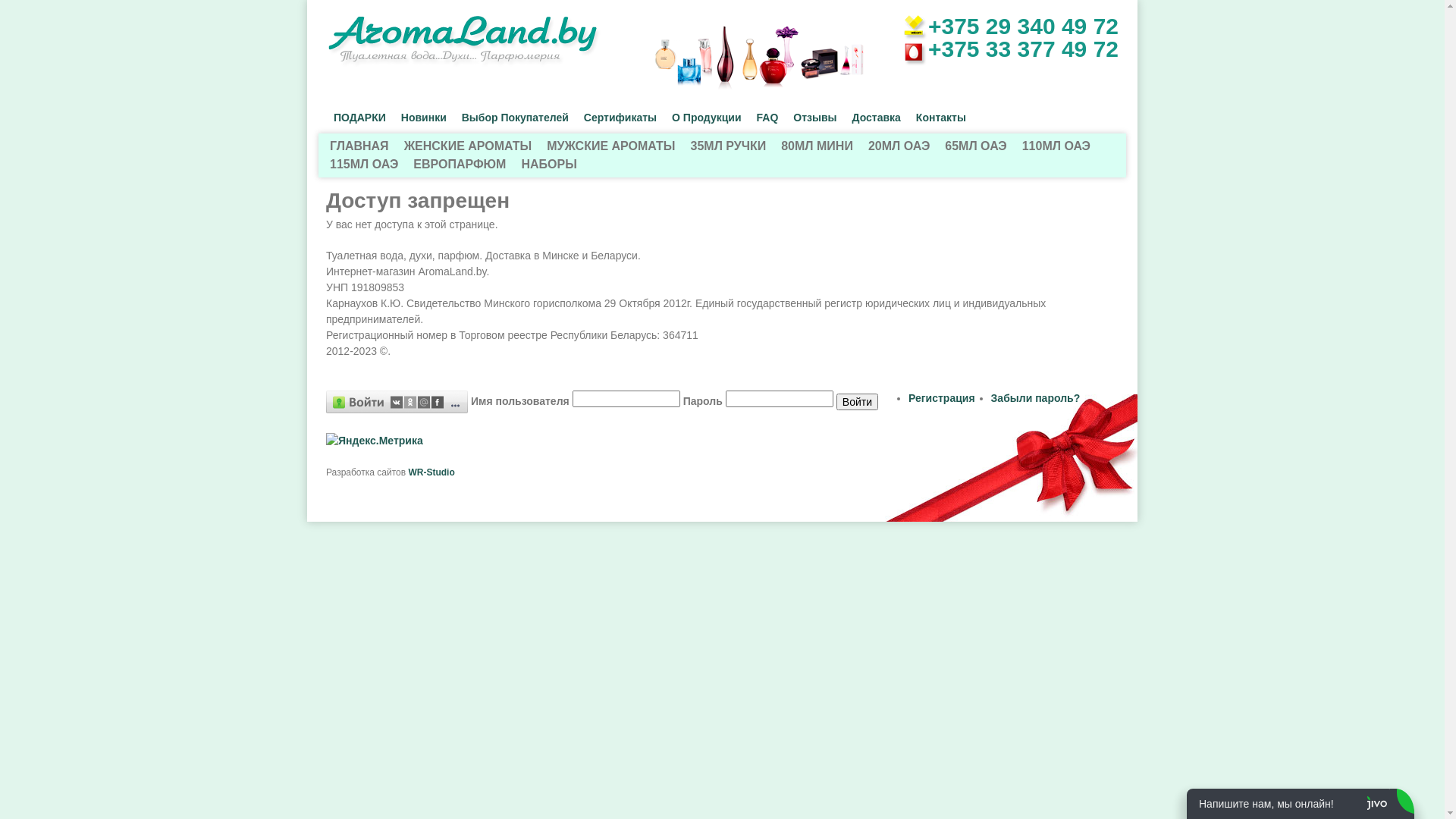 The height and width of the screenshot is (819, 1456). I want to click on '+375 33 377 49 72', so click(1023, 48).